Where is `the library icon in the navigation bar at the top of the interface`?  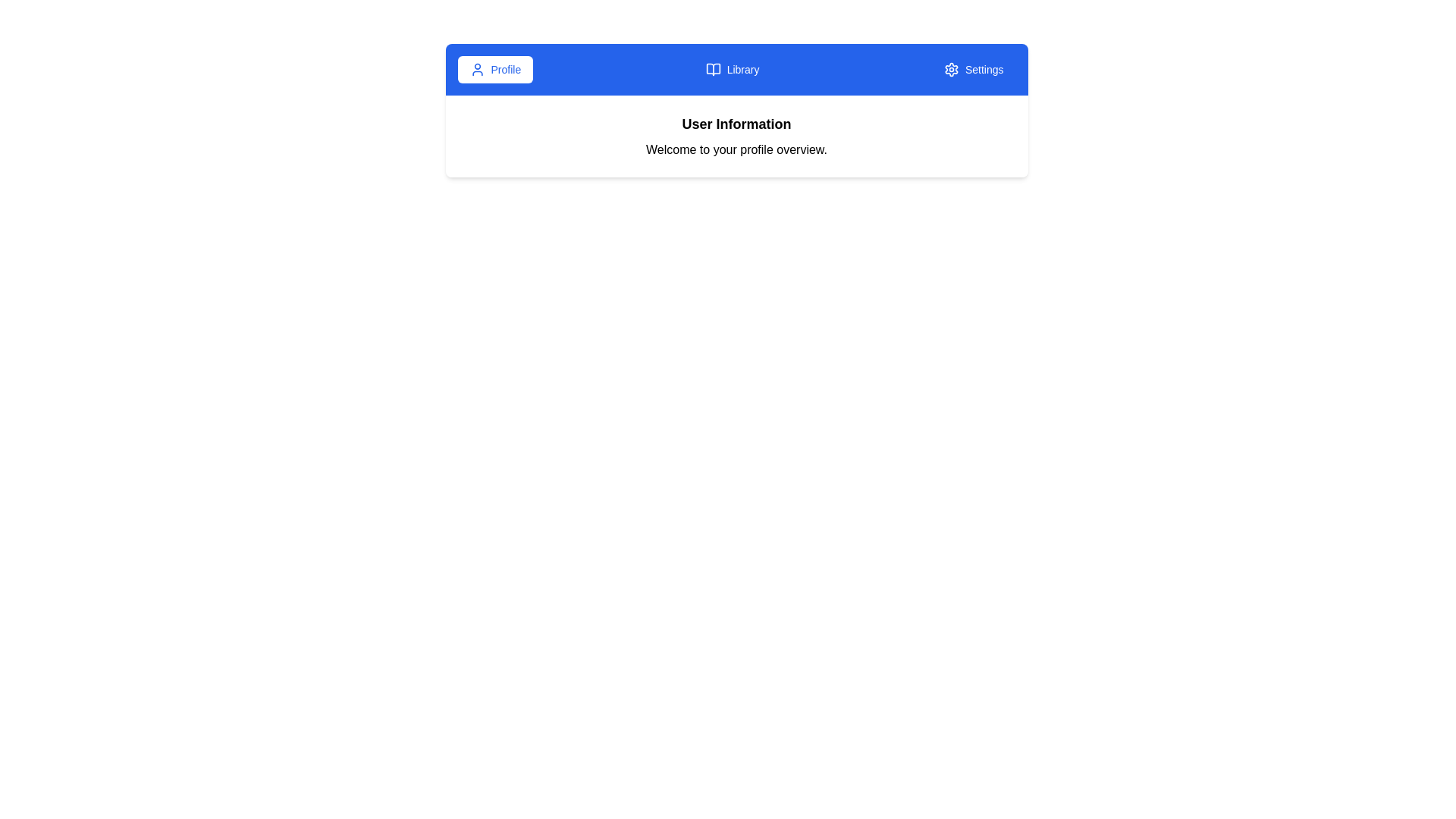 the library icon in the navigation bar at the top of the interface is located at coordinates (712, 70).